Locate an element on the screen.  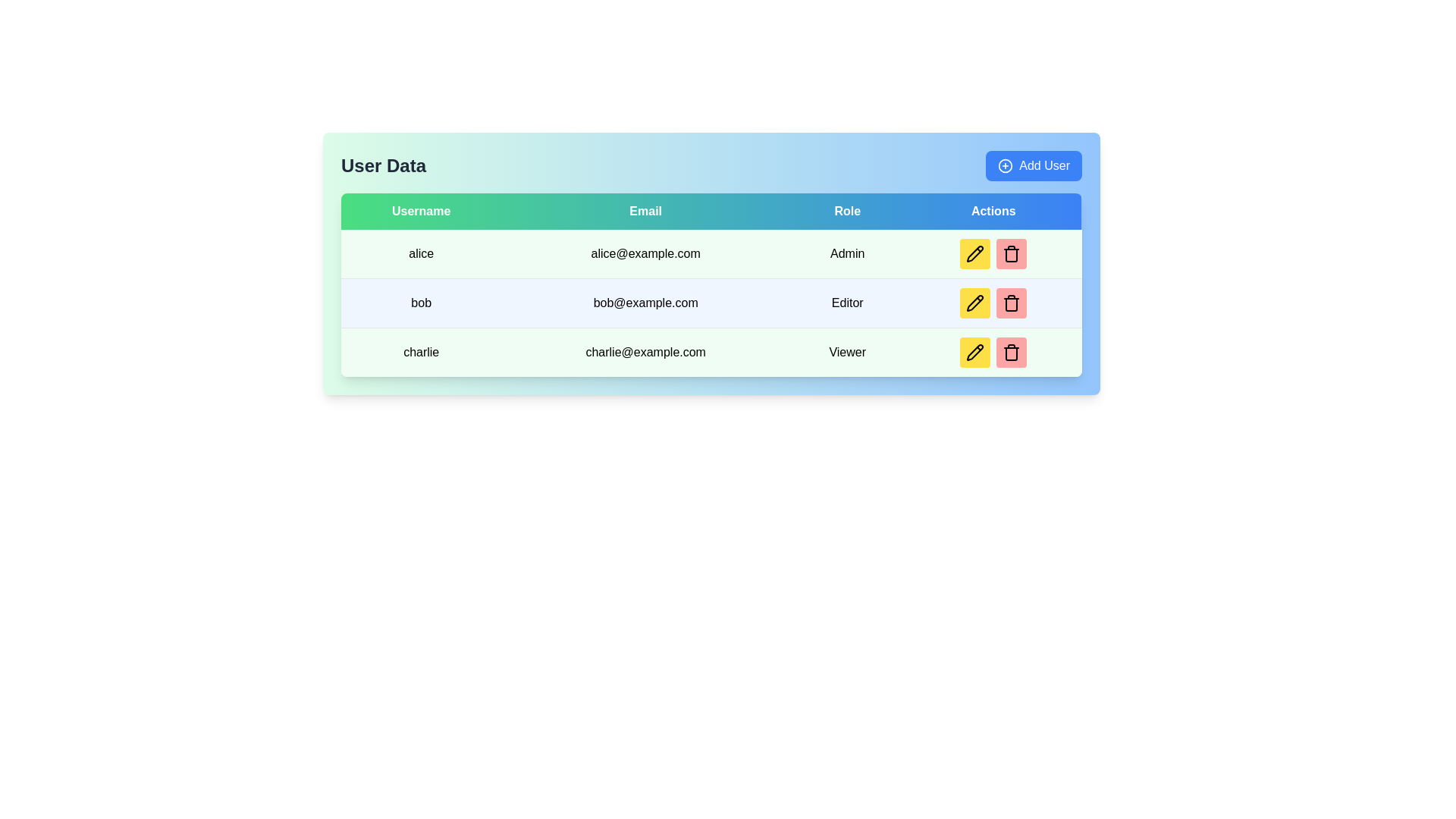
the 'Username' text display element, which features a green background and white text, located at the top-left corner of the header list in the table is located at coordinates (421, 211).